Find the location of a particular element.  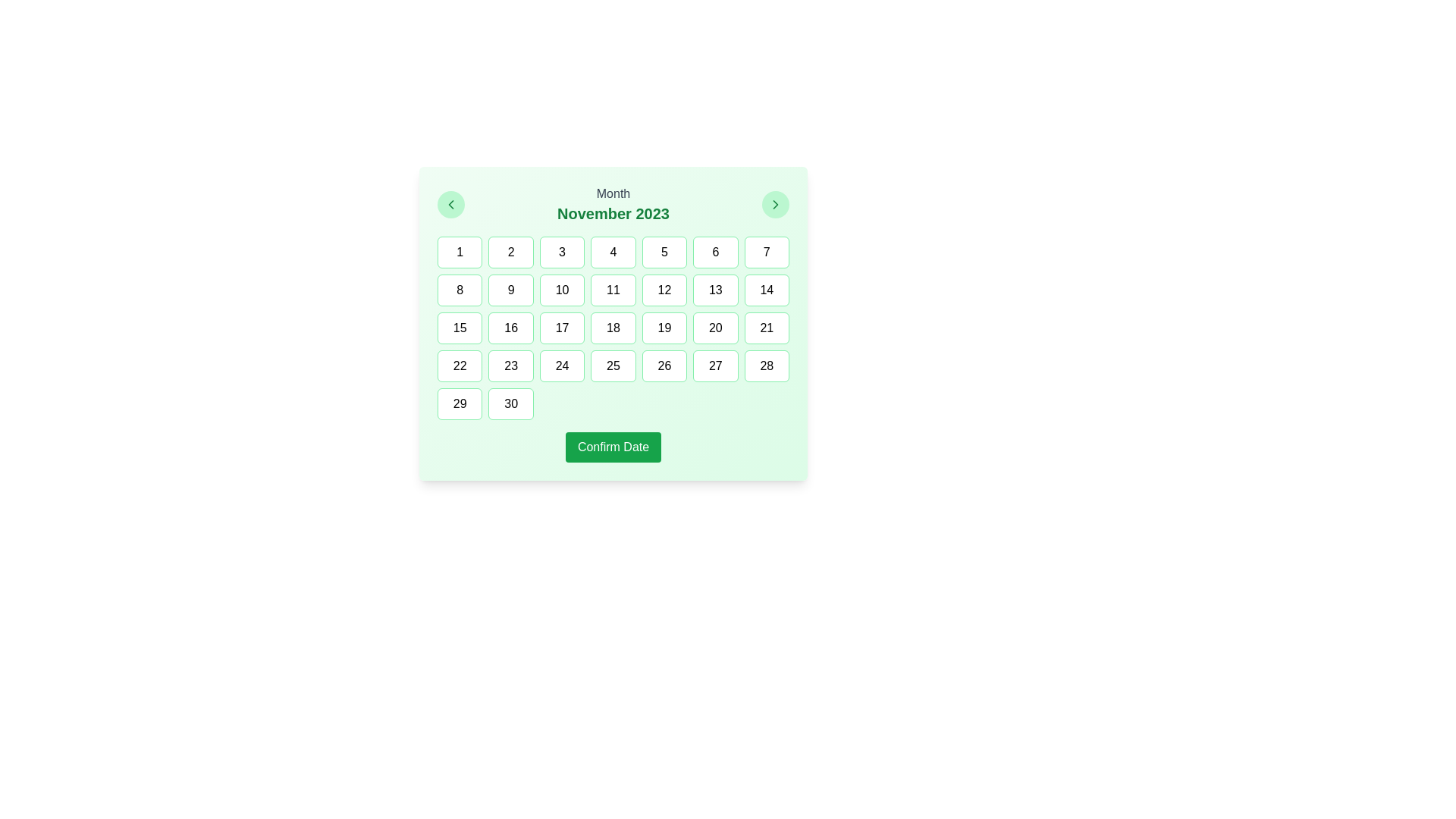

the button displaying the number '3' with a white background and green border is located at coordinates (561, 251).